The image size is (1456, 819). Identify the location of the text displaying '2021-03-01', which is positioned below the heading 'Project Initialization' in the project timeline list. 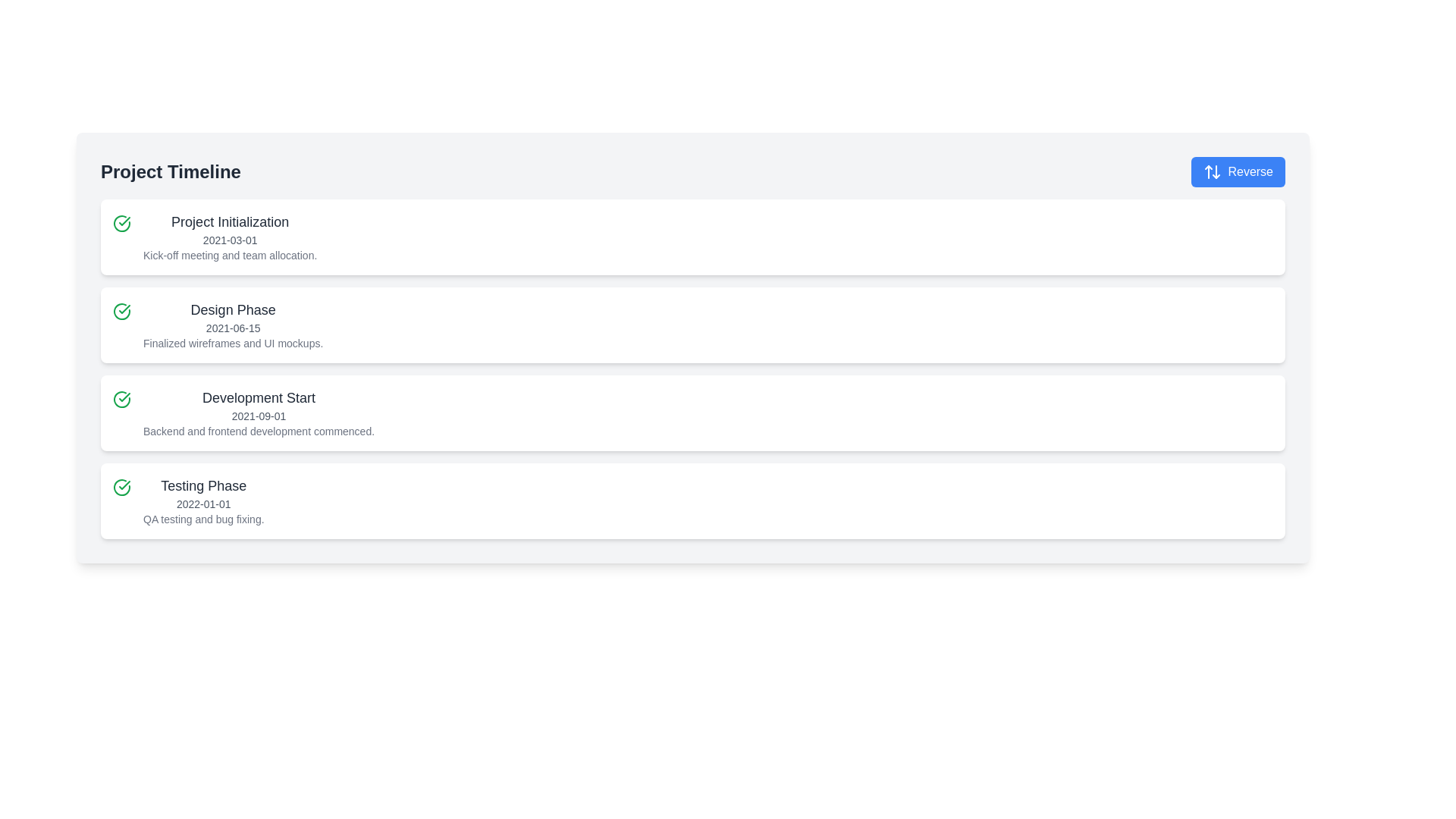
(229, 239).